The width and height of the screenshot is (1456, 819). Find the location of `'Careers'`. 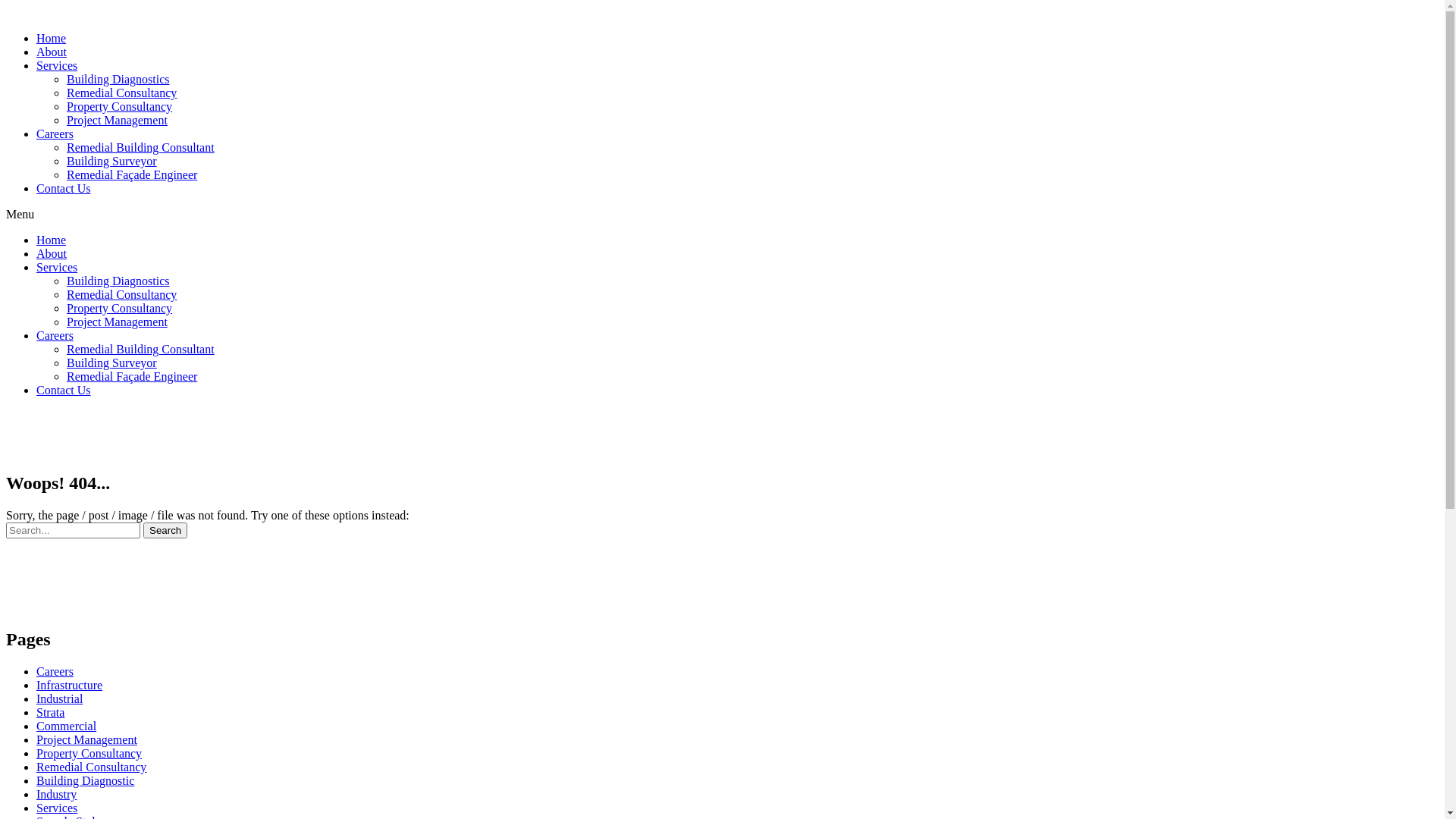

'Careers' is located at coordinates (55, 670).